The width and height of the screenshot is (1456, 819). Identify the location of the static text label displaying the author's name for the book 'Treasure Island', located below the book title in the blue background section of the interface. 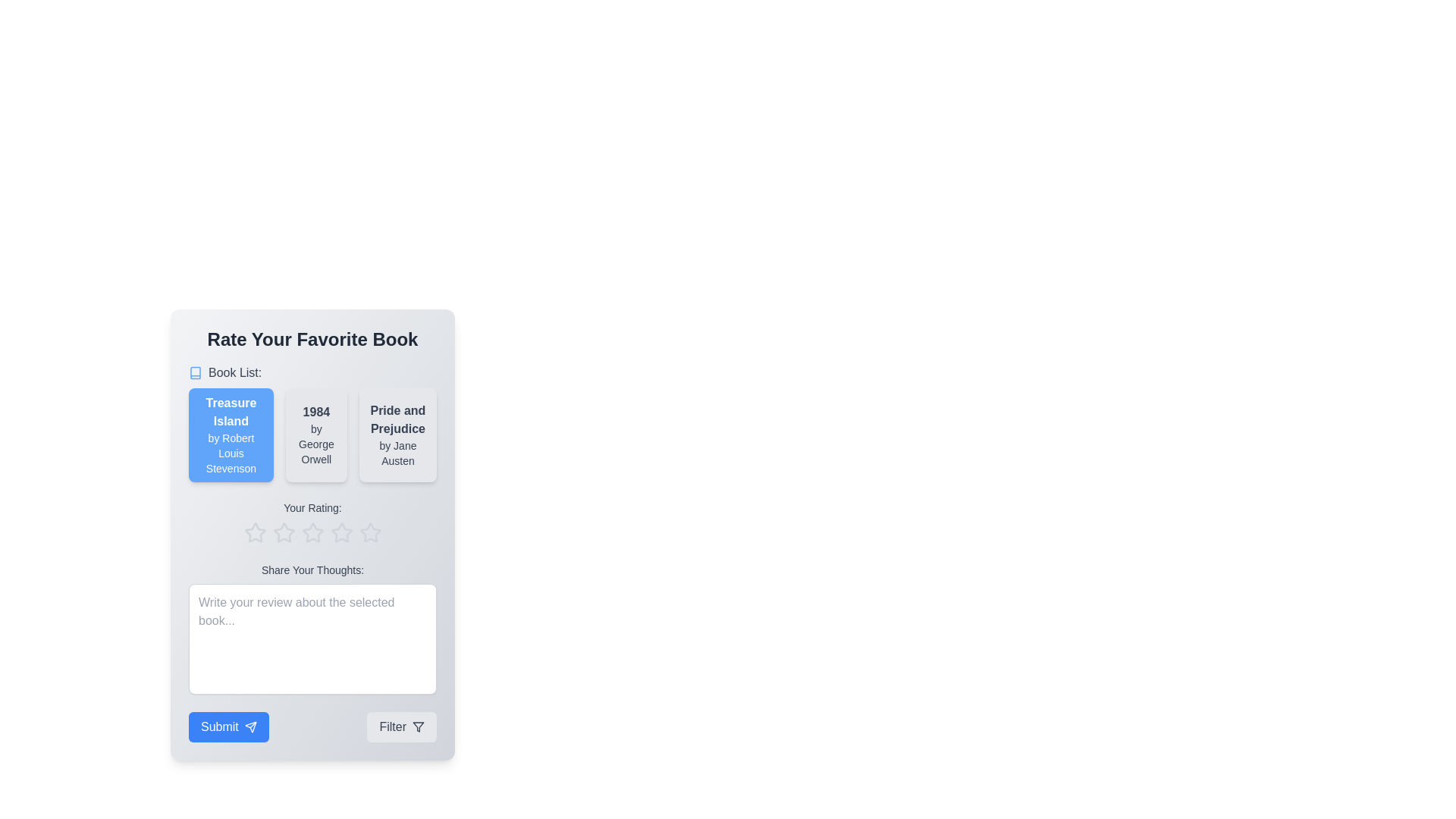
(230, 452).